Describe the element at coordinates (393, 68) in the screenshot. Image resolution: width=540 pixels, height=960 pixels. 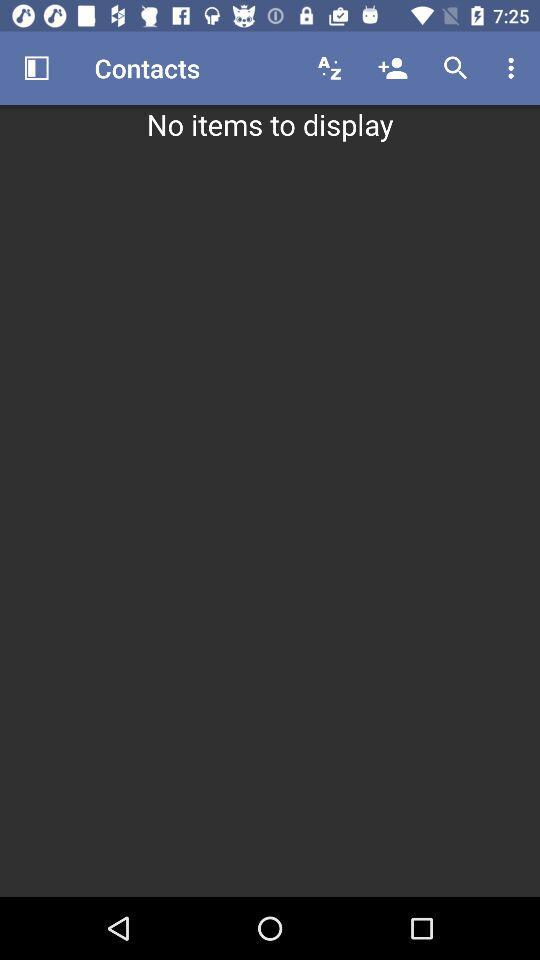
I see `icon above no items to icon` at that location.